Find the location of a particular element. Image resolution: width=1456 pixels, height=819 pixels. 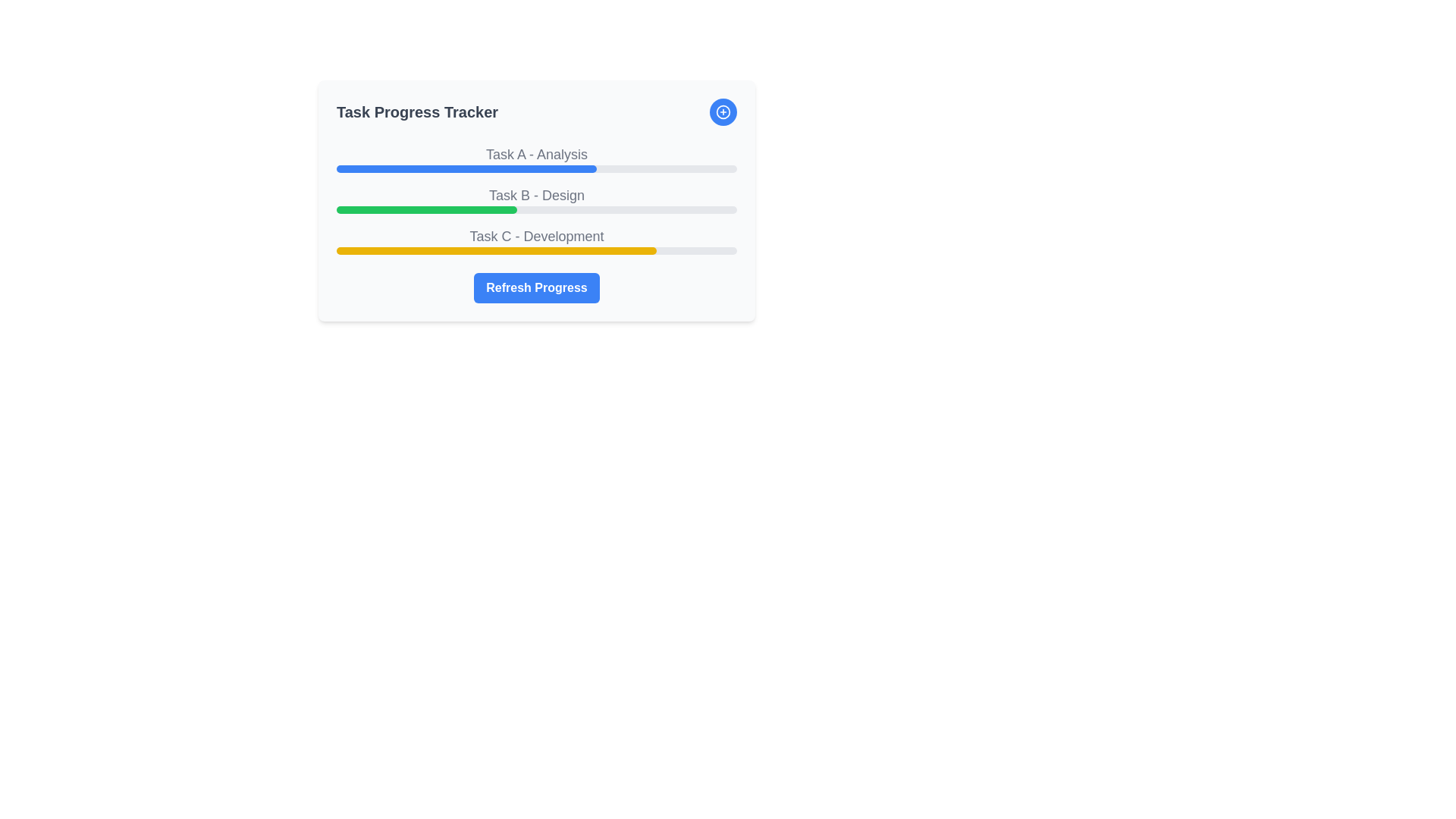

the visual progress bar segment indicating the progress of 'Task B - Design', which is approximately 45% complete is located at coordinates (425, 210).